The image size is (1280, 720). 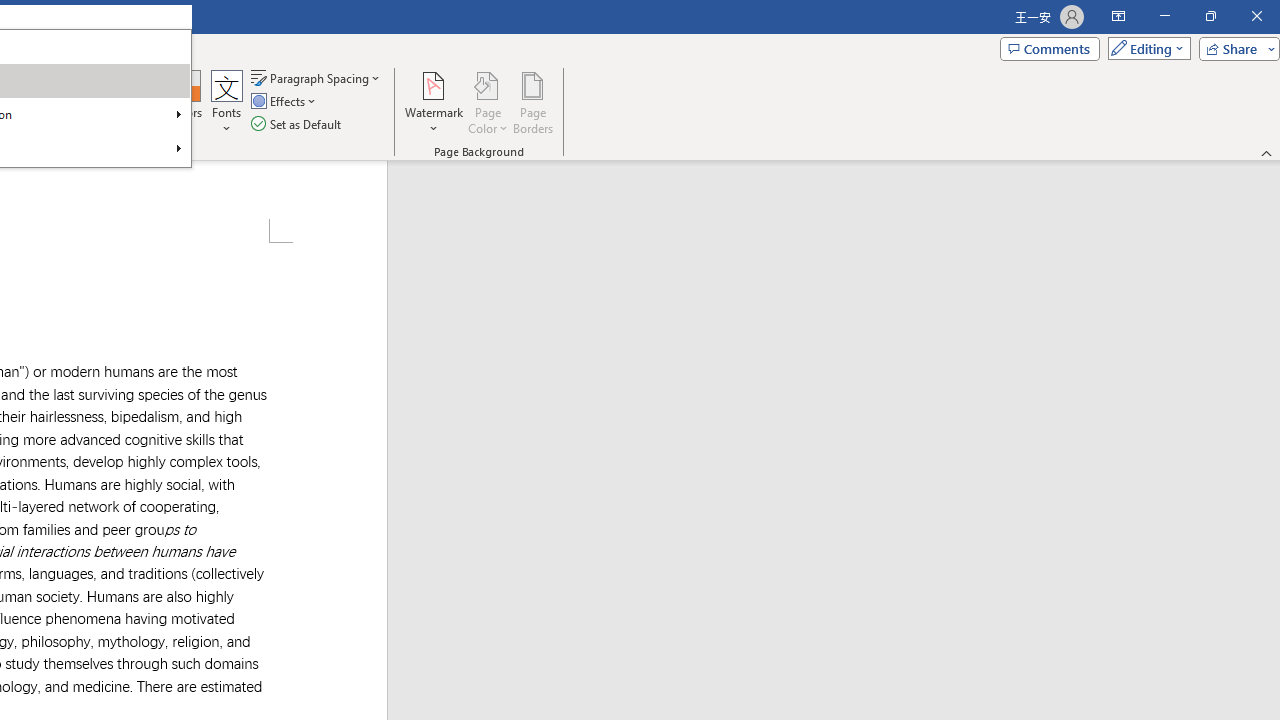 What do you see at coordinates (152, 79) in the screenshot?
I see `'Row up'` at bounding box center [152, 79].